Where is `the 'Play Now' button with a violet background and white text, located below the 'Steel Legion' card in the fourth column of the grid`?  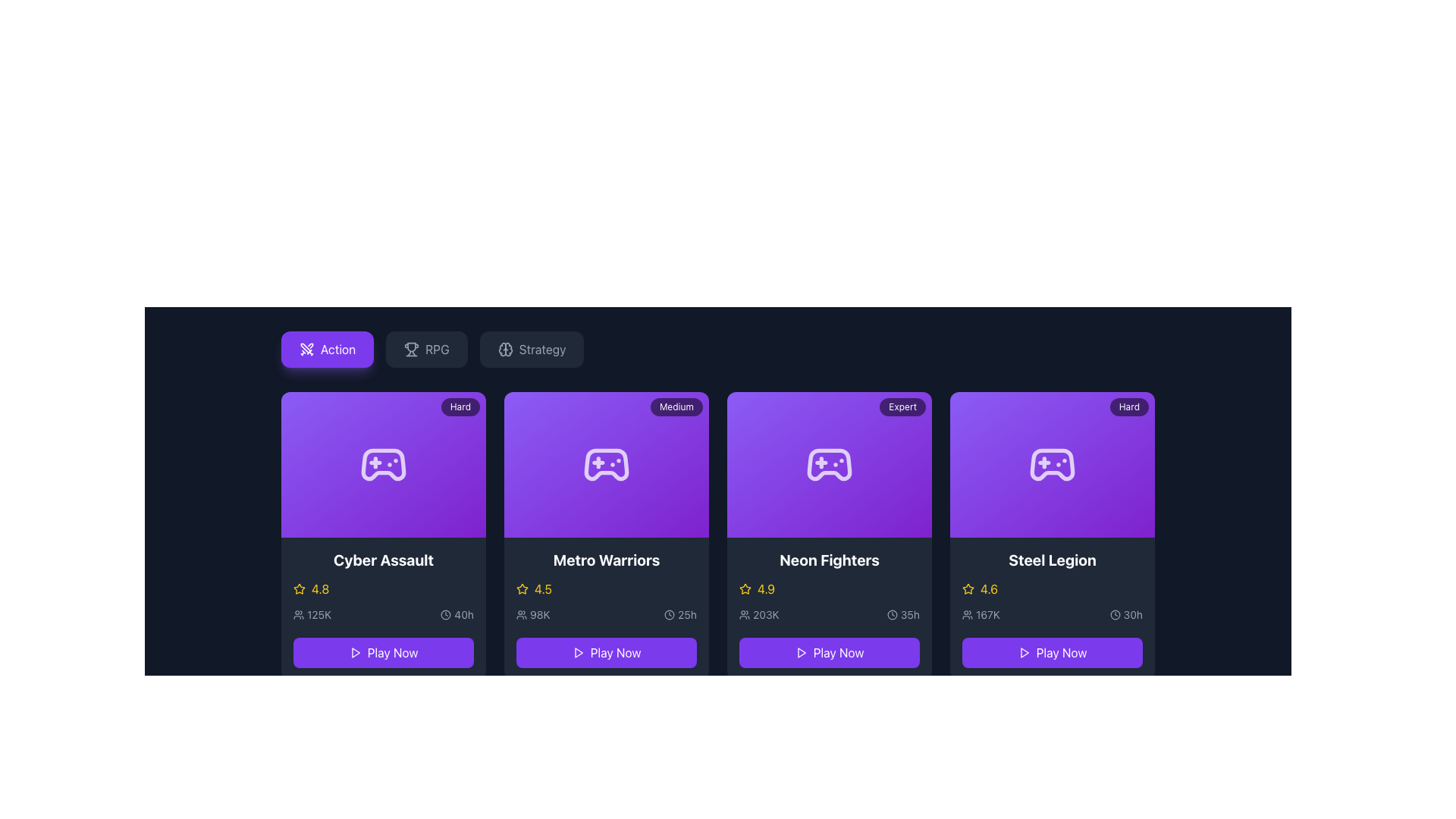 the 'Play Now' button with a violet background and white text, located below the 'Steel Legion' card in the fourth column of the grid is located at coordinates (1051, 651).